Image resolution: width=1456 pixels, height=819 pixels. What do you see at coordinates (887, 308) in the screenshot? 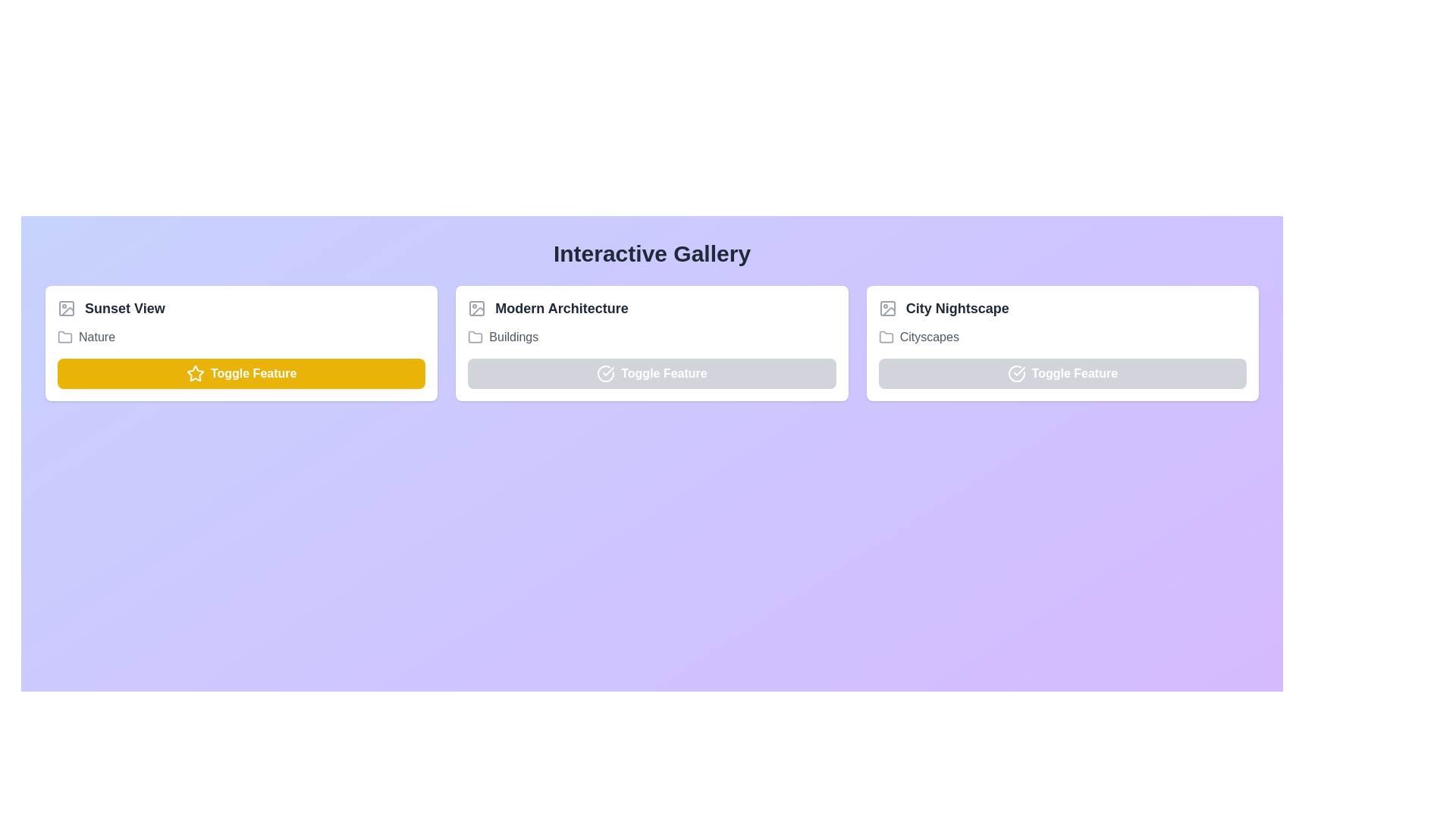
I see `the image placeholder icon with a gray hue located in the 'City Nightscape' card` at bounding box center [887, 308].